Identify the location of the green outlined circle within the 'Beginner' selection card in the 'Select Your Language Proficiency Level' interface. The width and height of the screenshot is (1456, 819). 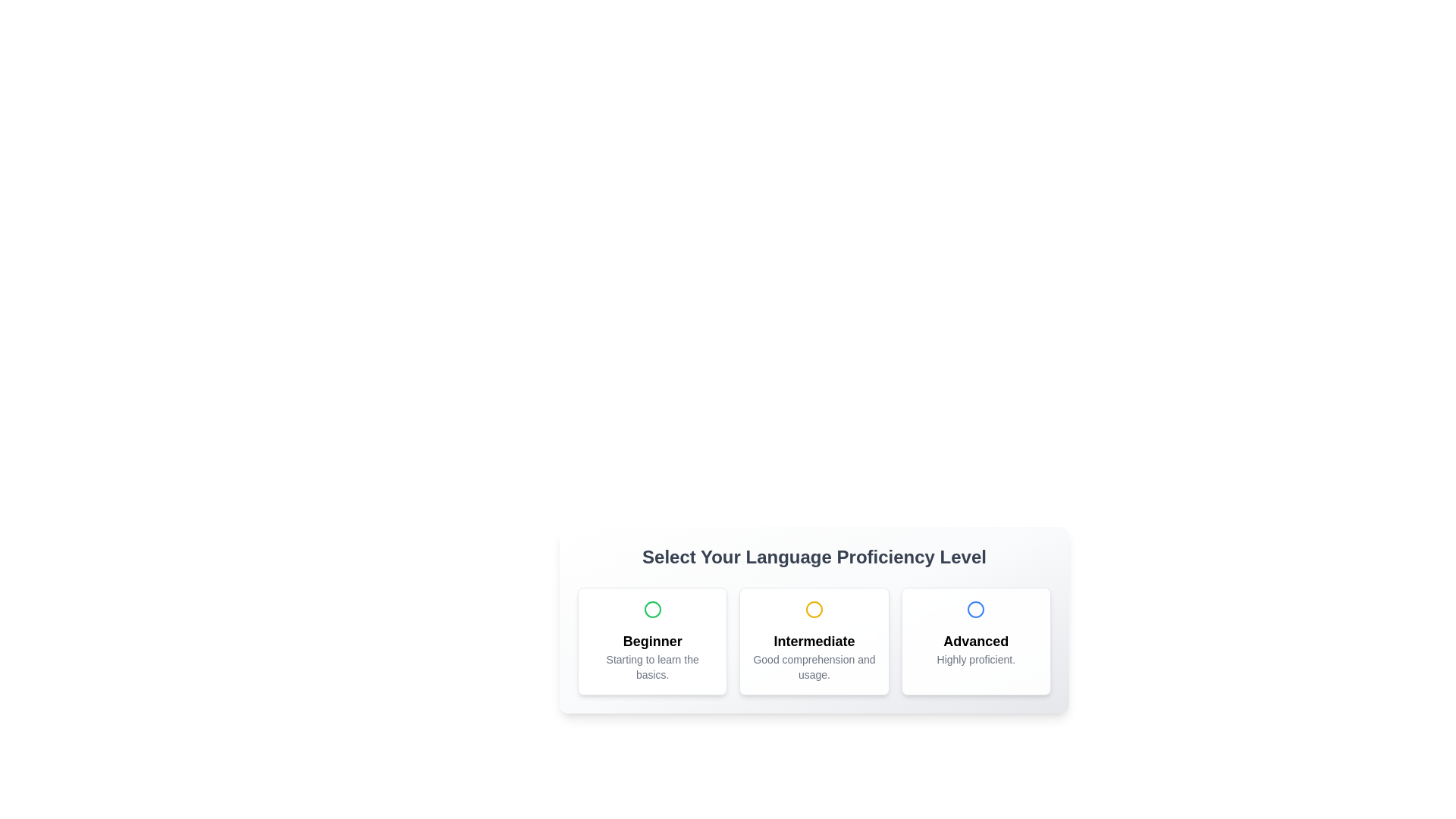
(652, 608).